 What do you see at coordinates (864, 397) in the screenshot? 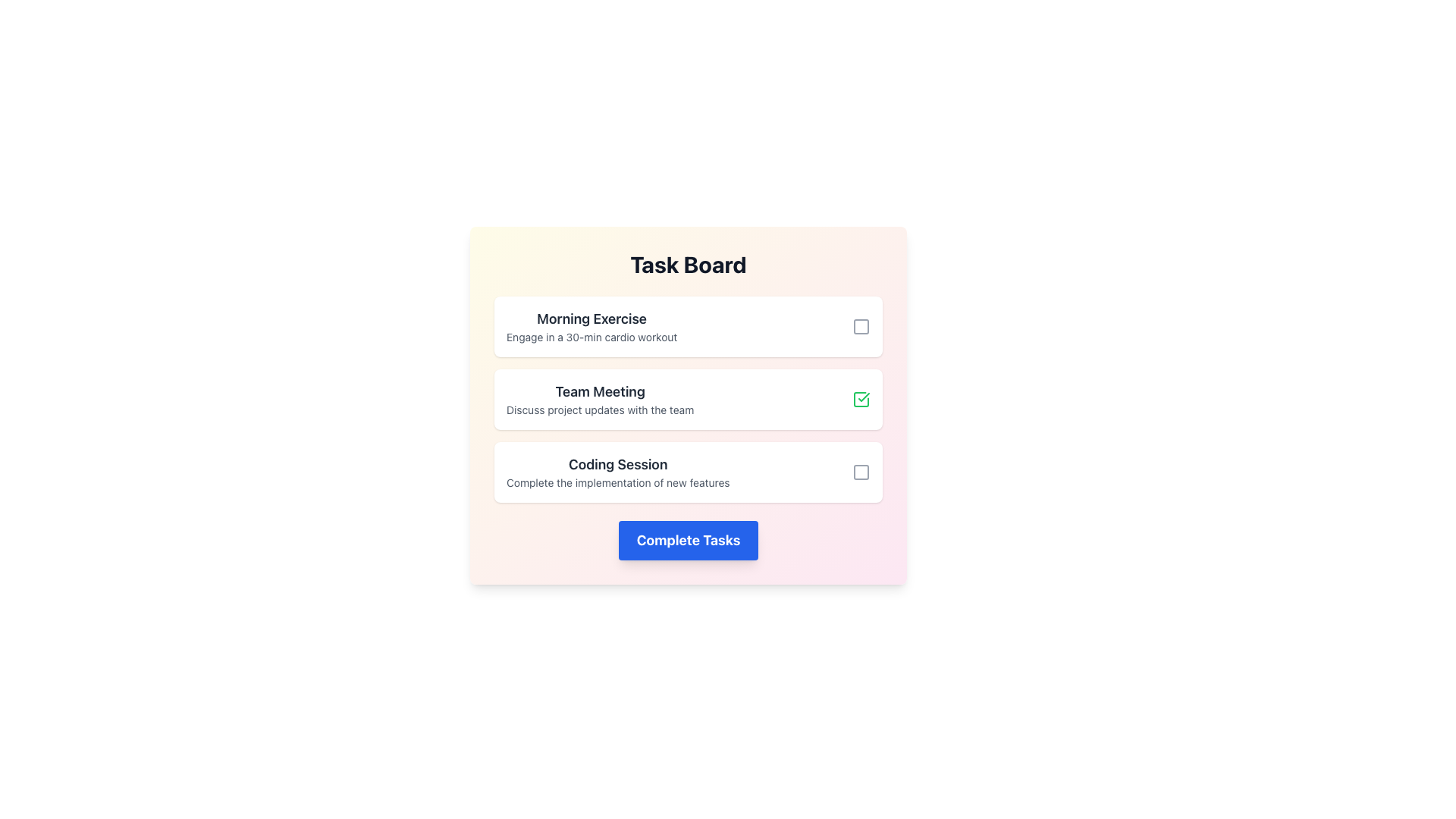
I see `the green checkmark icon indicating completion for the 'Team Meeting' task in the second row of the task list` at bounding box center [864, 397].